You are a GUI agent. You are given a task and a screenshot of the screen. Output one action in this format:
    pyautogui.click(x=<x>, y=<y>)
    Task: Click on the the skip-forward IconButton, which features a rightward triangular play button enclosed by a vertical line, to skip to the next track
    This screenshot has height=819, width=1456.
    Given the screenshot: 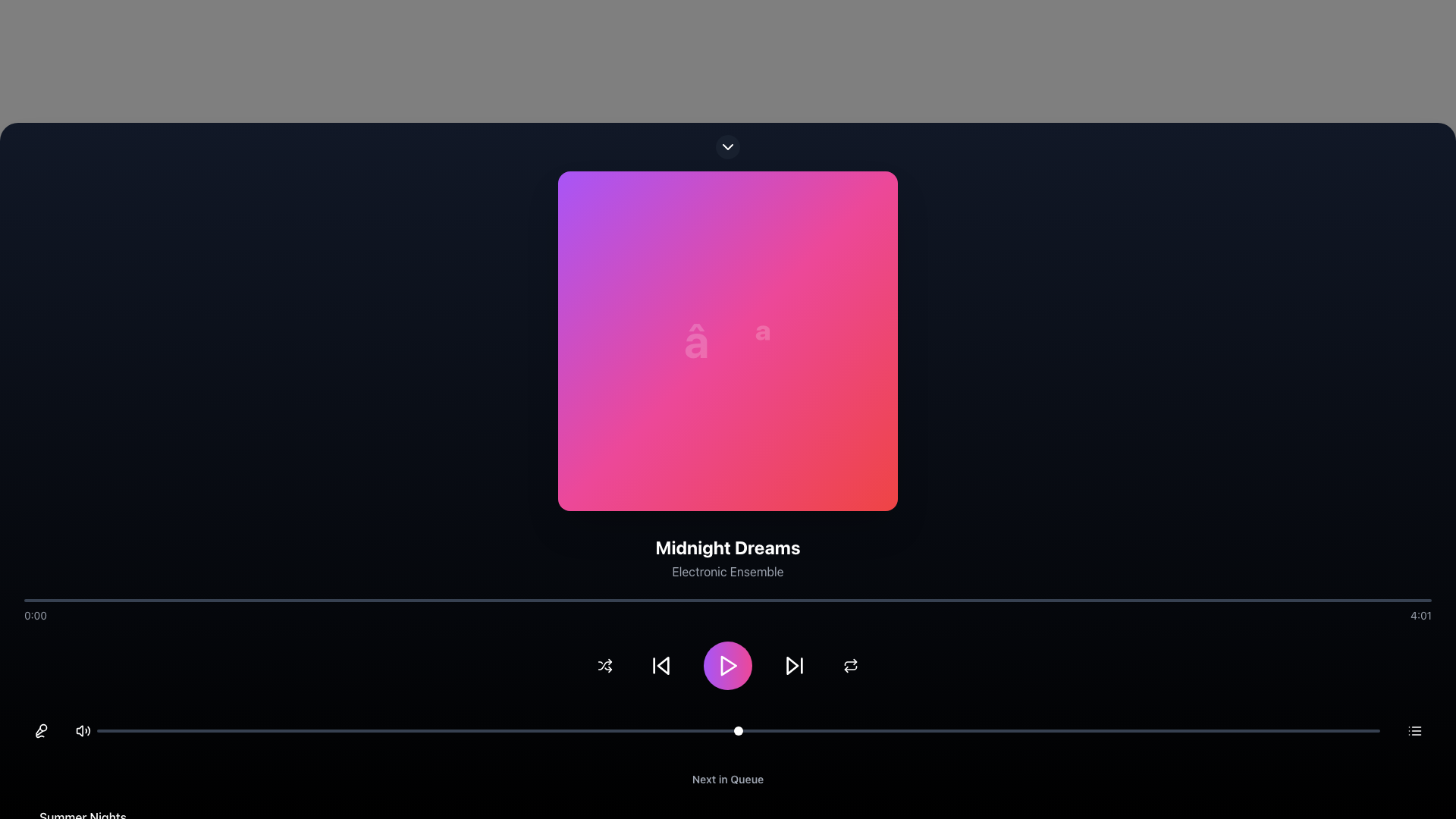 What is the action you would take?
    pyautogui.click(x=793, y=665)
    